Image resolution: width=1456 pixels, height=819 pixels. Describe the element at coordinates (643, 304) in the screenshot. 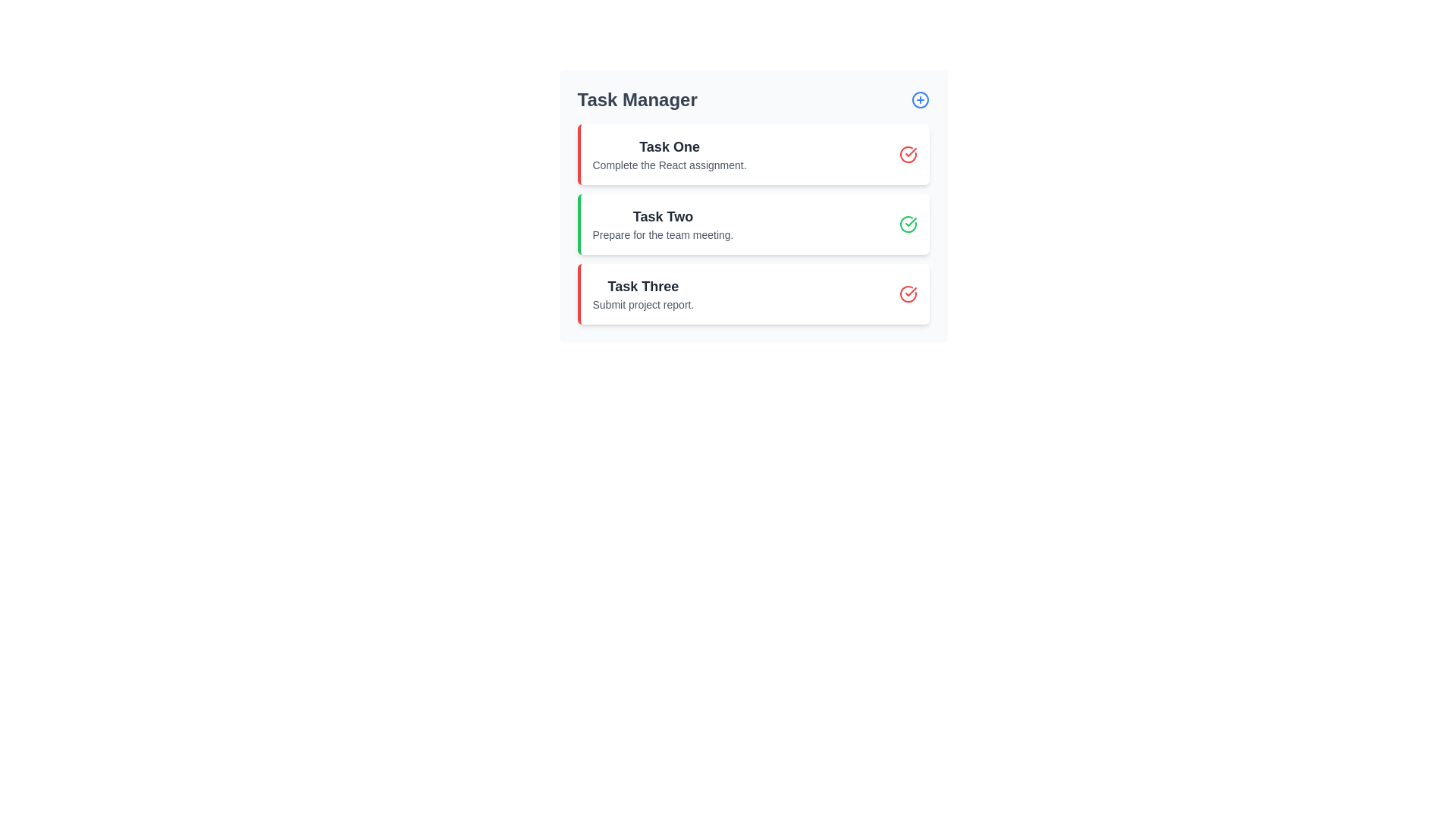

I see `the text label that reads 'Submit project report.' located in the lower part of the 'Task Three' section of the task list interface` at that location.